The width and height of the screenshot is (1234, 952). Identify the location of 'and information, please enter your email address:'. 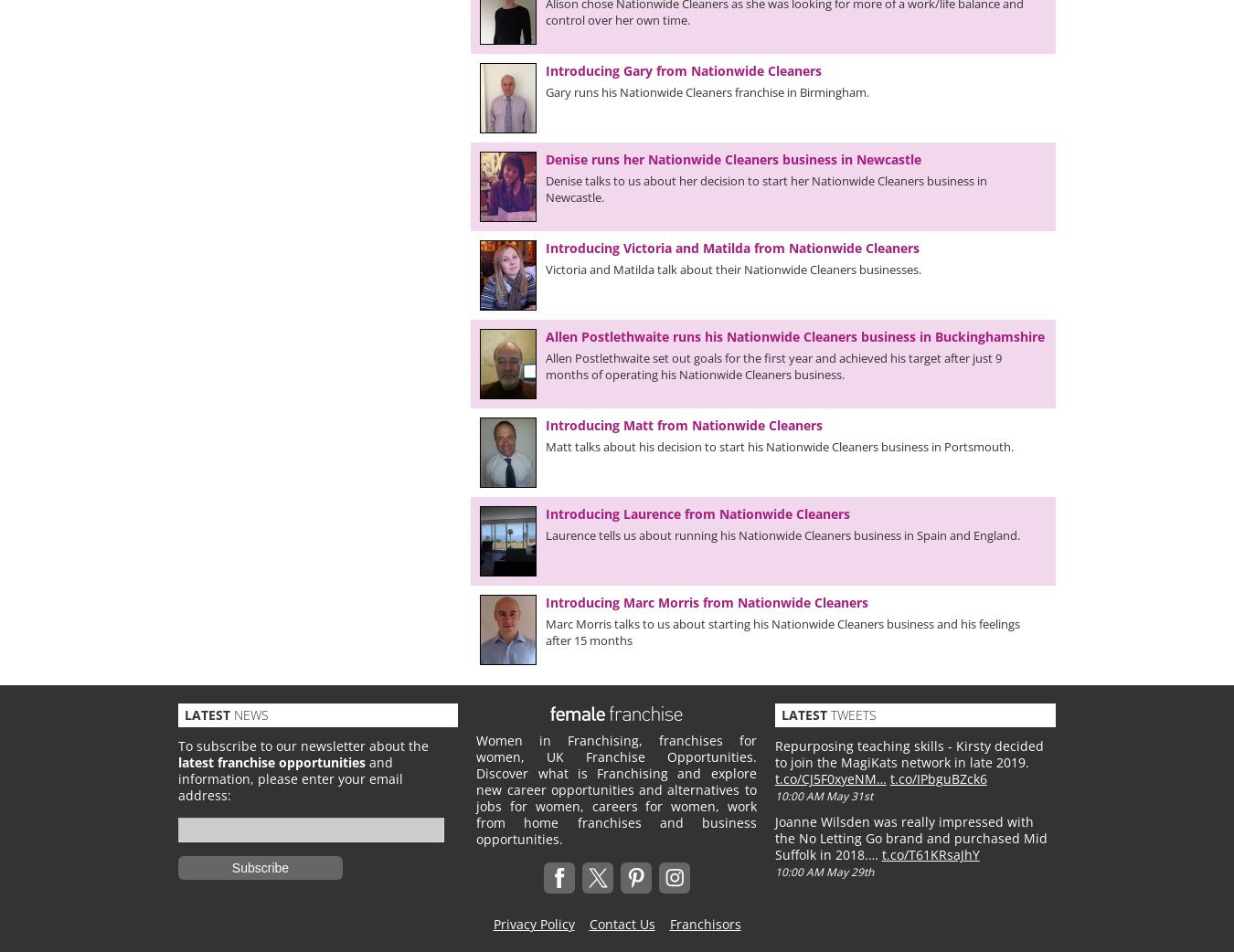
(290, 778).